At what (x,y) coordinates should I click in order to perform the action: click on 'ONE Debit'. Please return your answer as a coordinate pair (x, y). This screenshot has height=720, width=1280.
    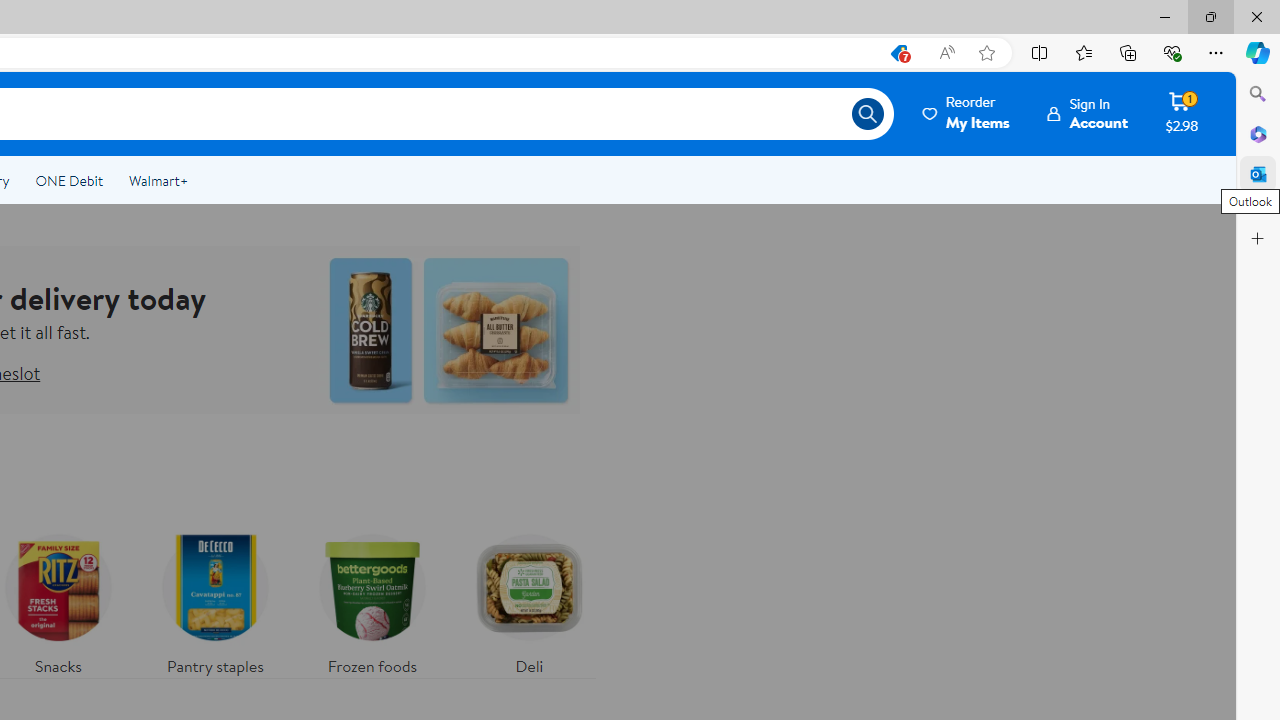
    Looking at the image, I should click on (69, 181).